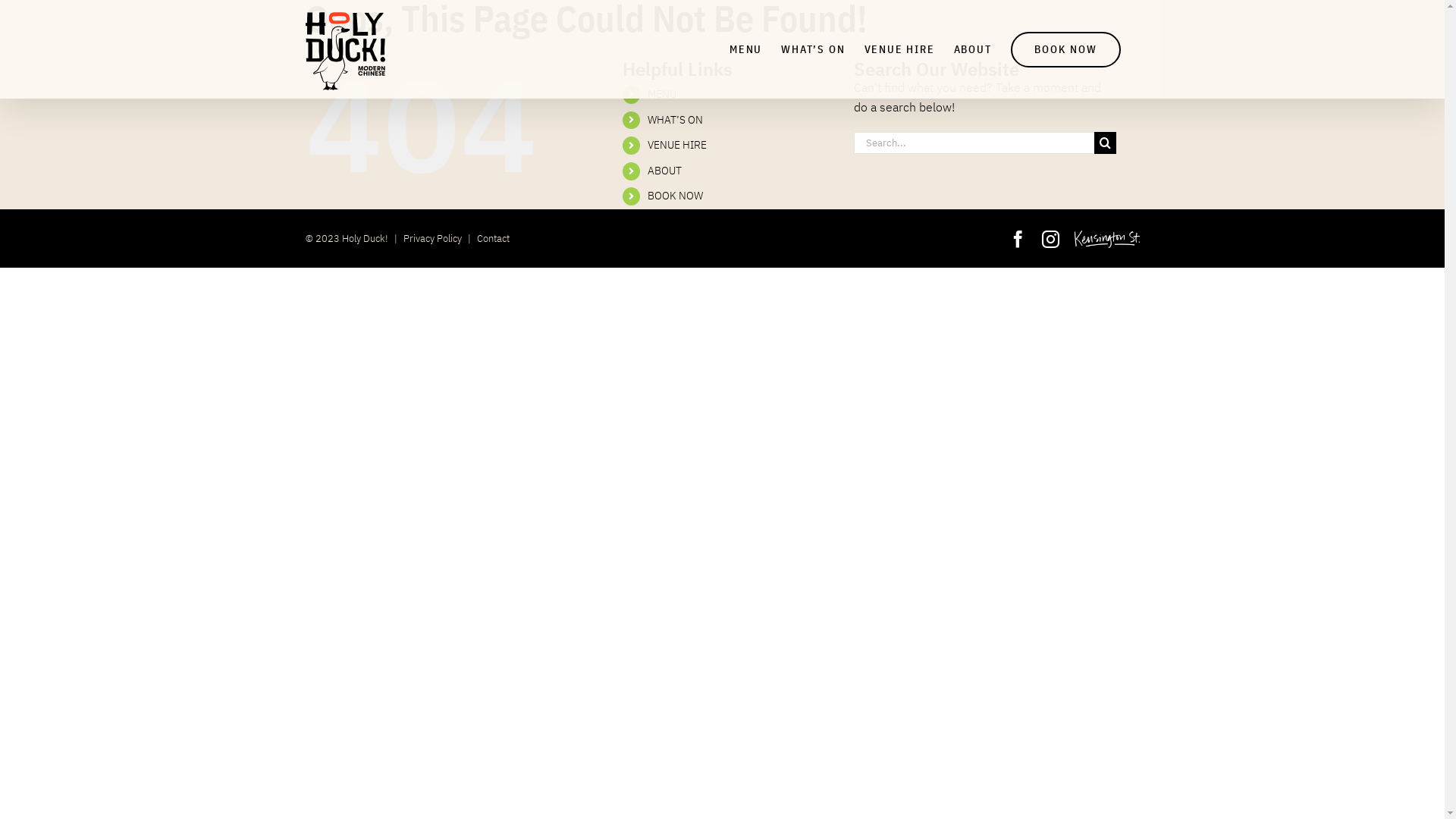 This screenshot has height=819, width=1456. I want to click on 'ABOUT', so click(664, 170).